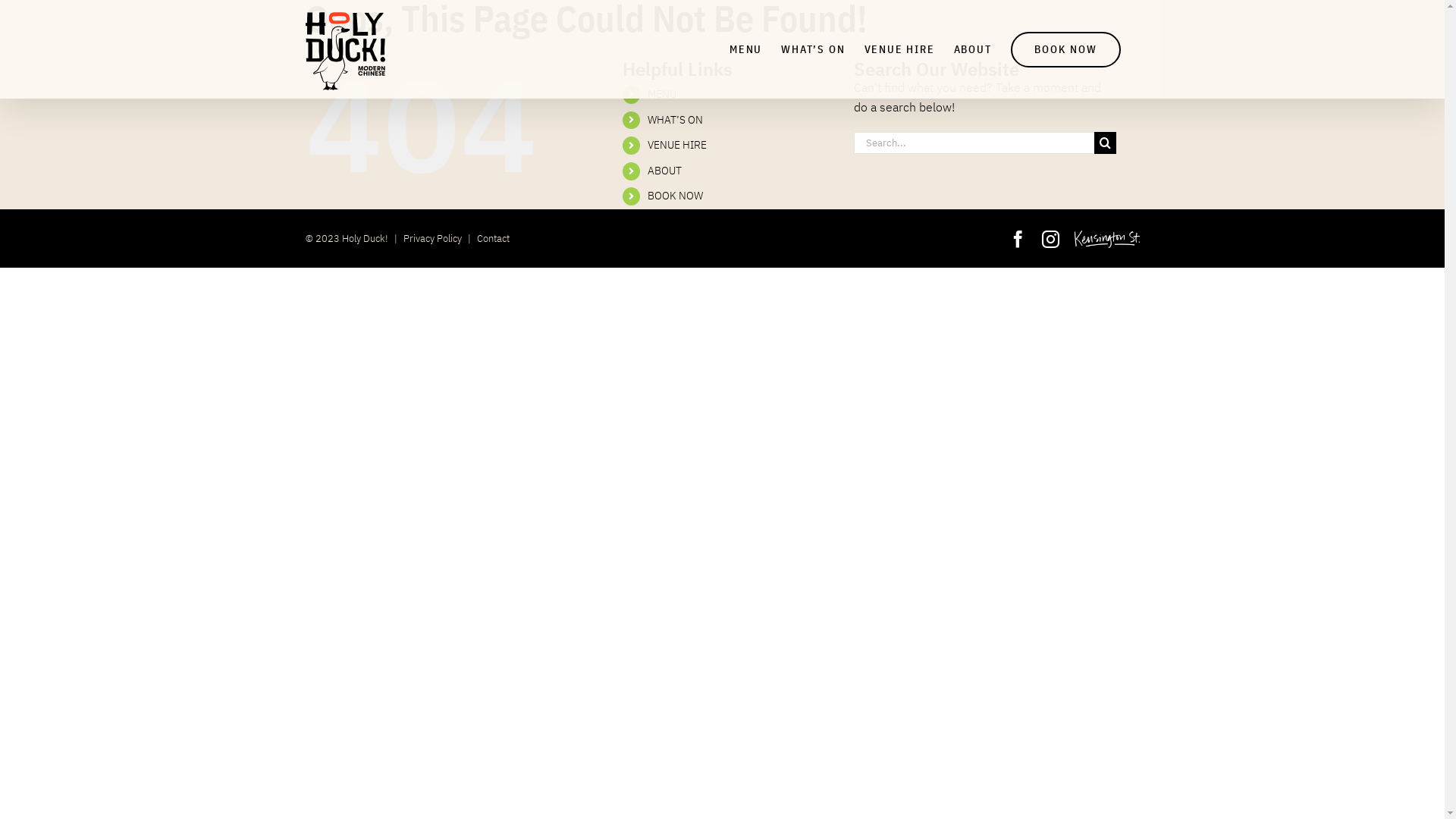 This screenshot has height=819, width=1456. I want to click on 'ABOUT', so click(664, 170).